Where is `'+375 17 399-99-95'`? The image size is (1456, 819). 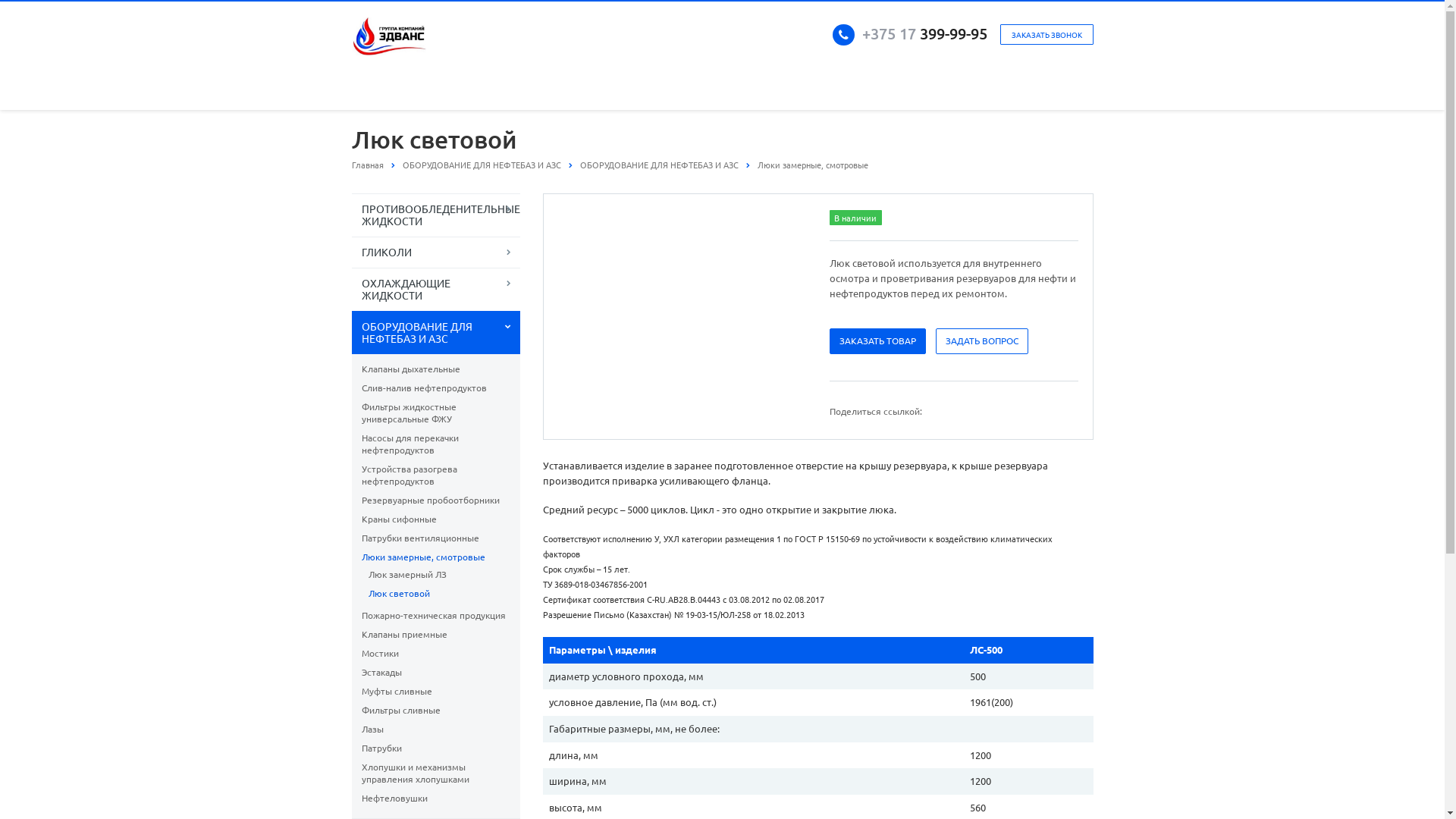
'+375 17 399-99-95' is located at coordinates (861, 33).